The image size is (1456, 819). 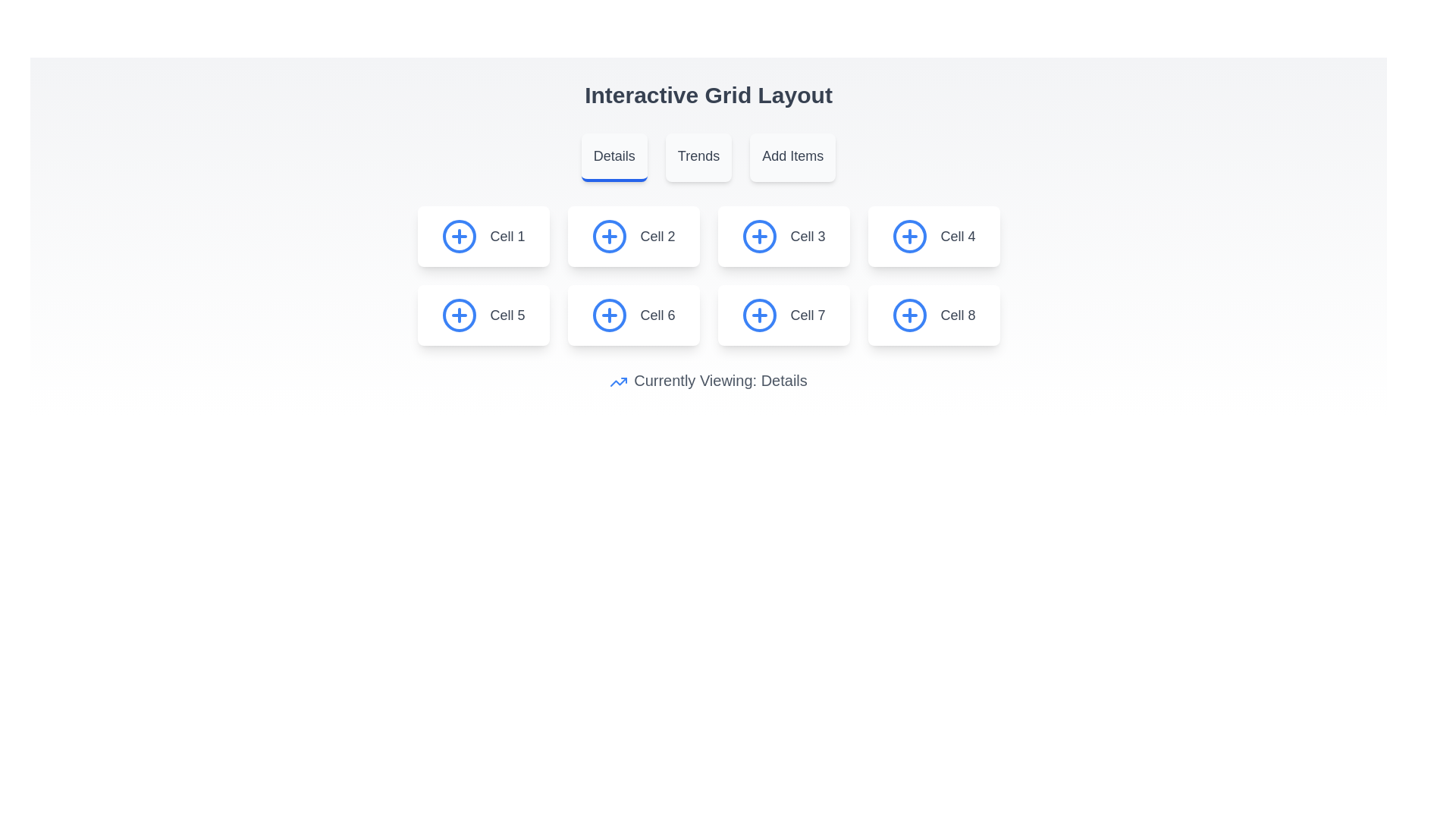 I want to click on the Static Text Label 'Cell 3', which identifies its respective card in the grid layout, so click(x=807, y=237).